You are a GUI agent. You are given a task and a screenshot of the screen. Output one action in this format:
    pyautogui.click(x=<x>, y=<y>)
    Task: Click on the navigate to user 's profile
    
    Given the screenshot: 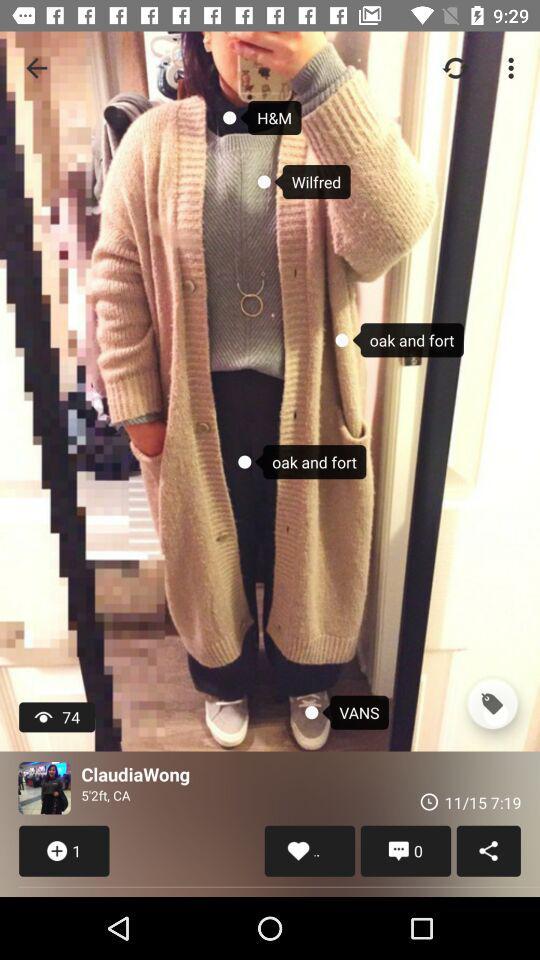 What is the action you would take?
    pyautogui.click(x=44, y=788)
    